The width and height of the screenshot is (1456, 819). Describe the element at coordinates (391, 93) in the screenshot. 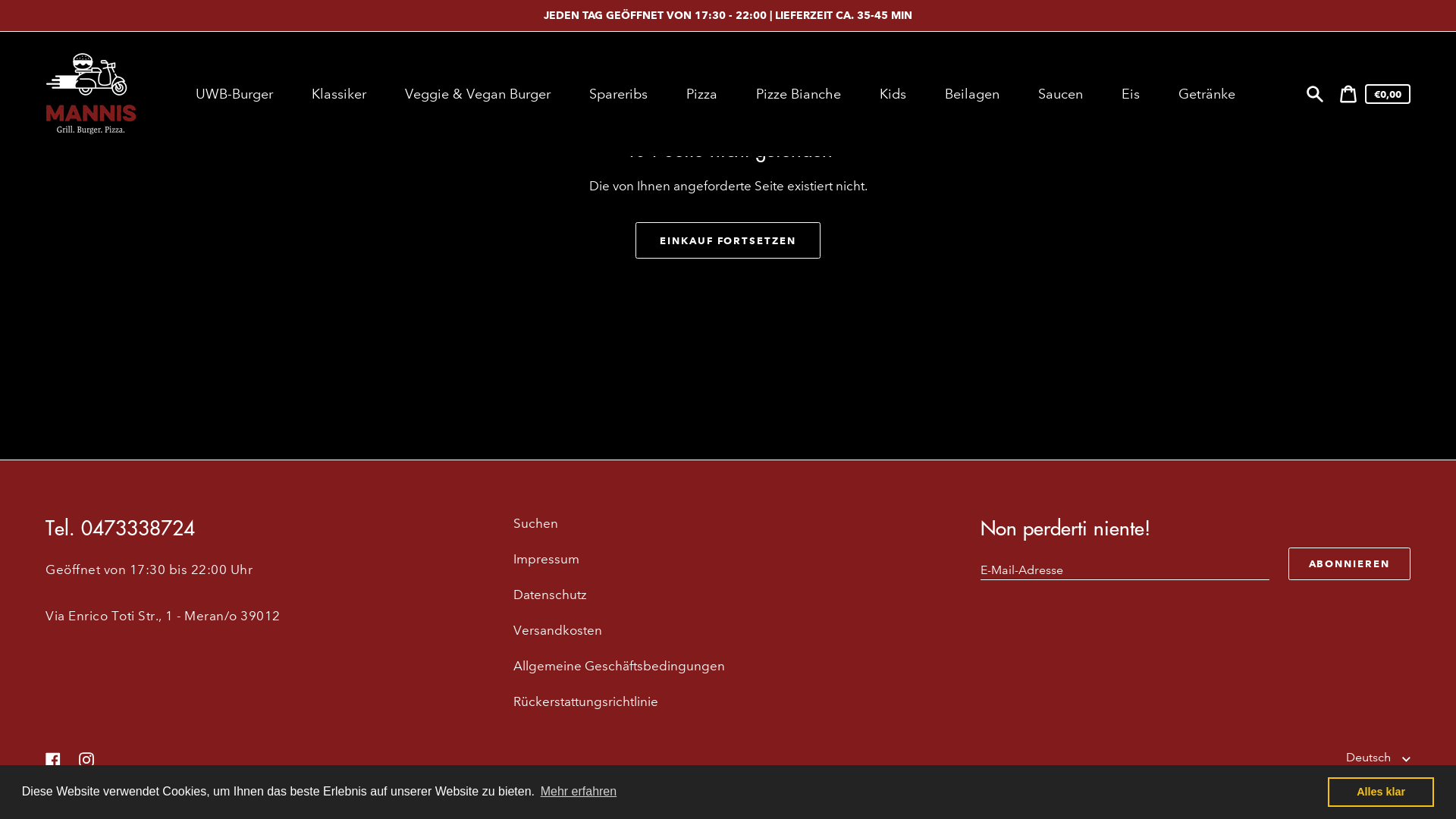

I see `'Veggie & Vegan Burger'` at that location.